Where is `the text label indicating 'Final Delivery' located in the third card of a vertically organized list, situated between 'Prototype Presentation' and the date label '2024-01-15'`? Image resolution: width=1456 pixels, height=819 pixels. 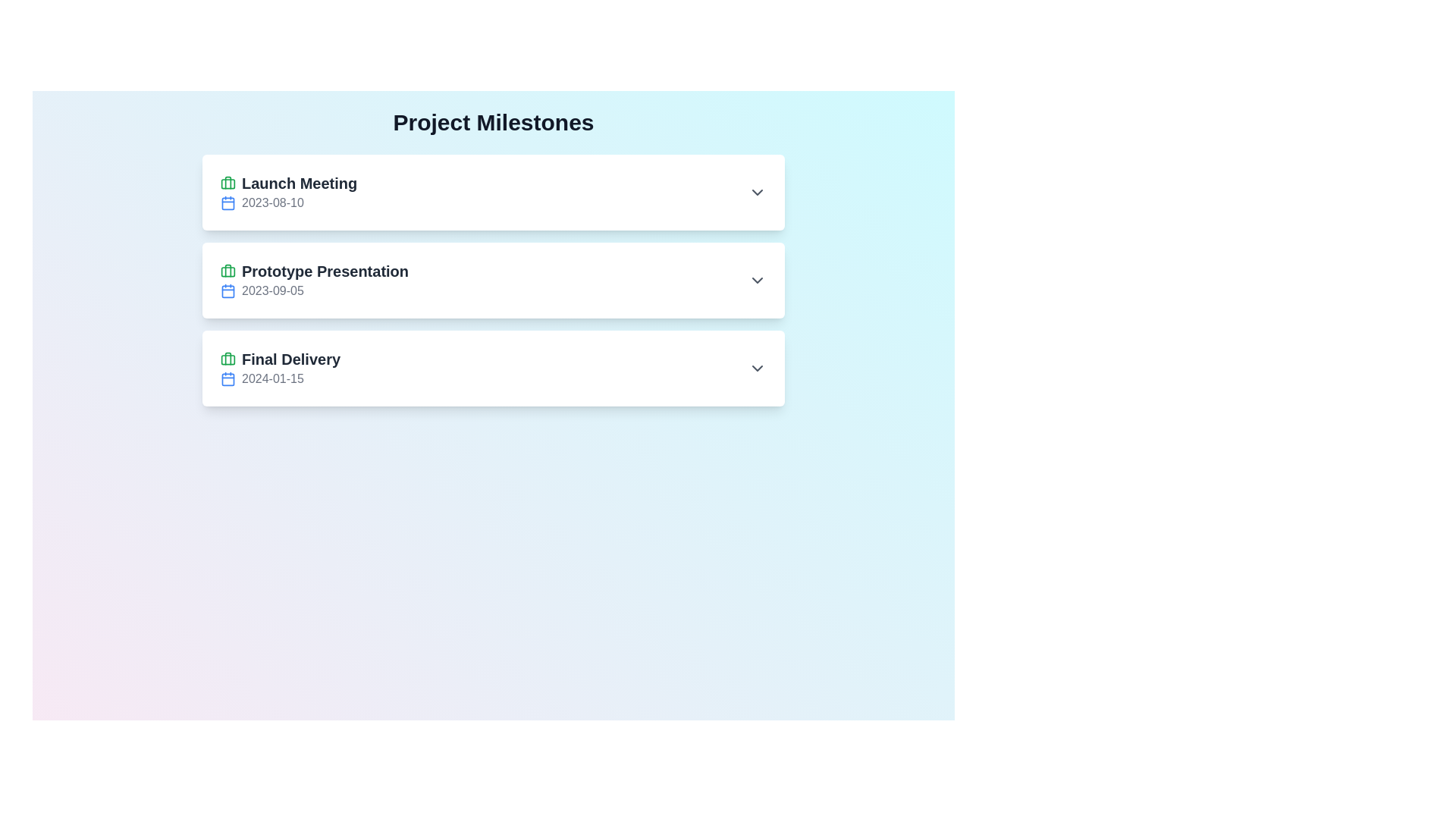
the text label indicating 'Final Delivery' located in the third card of a vertically organized list, situated between 'Prototype Presentation' and the date label '2024-01-15' is located at coordinates (280, 359).